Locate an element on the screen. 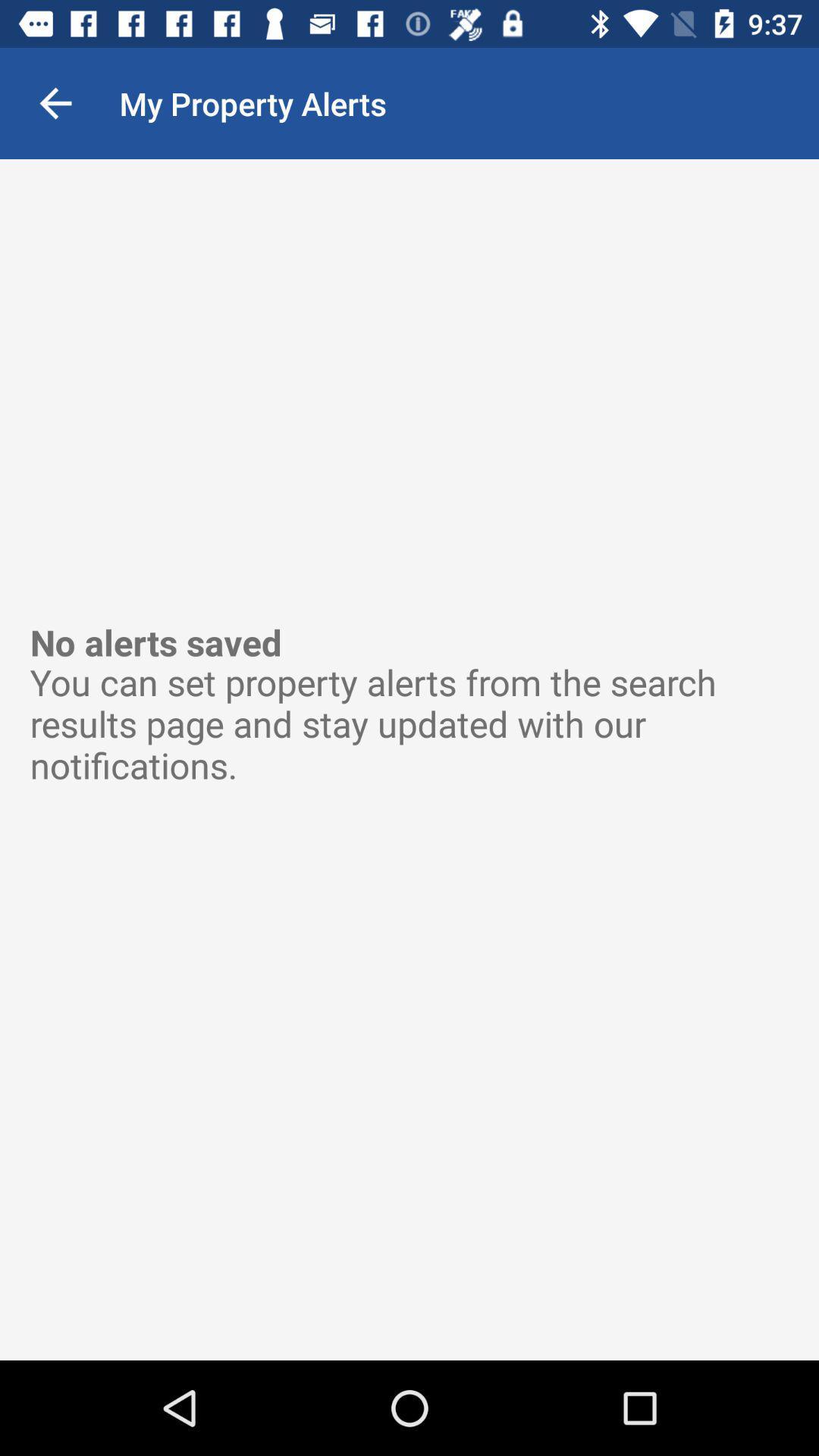 Image resolution: width=819 pixels, height=1456 pixels. icon above no alerts saved is located at coordinates (55, 102).